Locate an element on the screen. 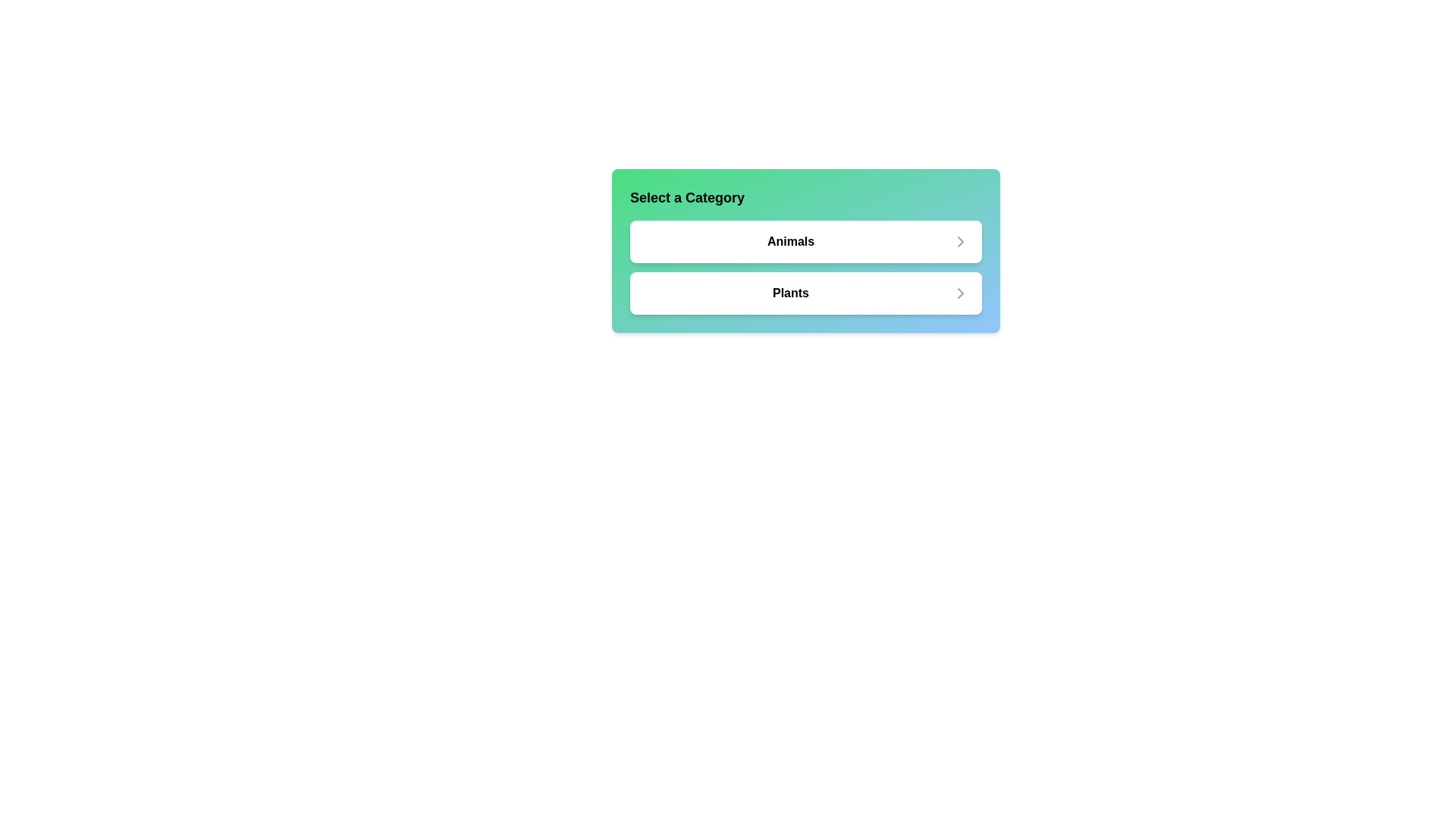 This screenshot has width=1456, height=819. the Right-chevron SVG icon indicating the presence of a sub-menu for the 'Animals' entry is located at coordinates (960, 241).